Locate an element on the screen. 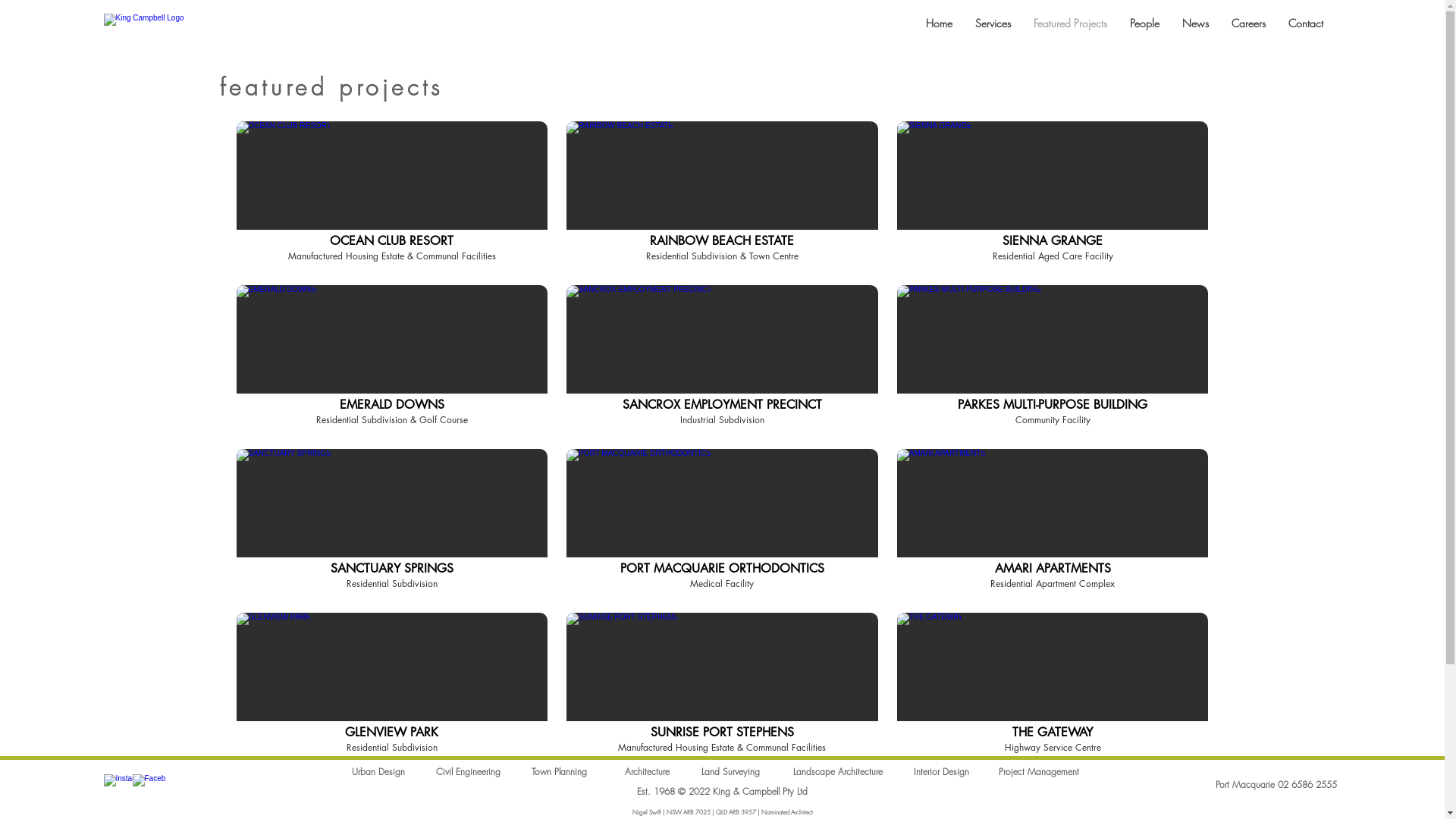 The image size is (1456, 819). 'Interior Design' is located at coordinates (940, 771).